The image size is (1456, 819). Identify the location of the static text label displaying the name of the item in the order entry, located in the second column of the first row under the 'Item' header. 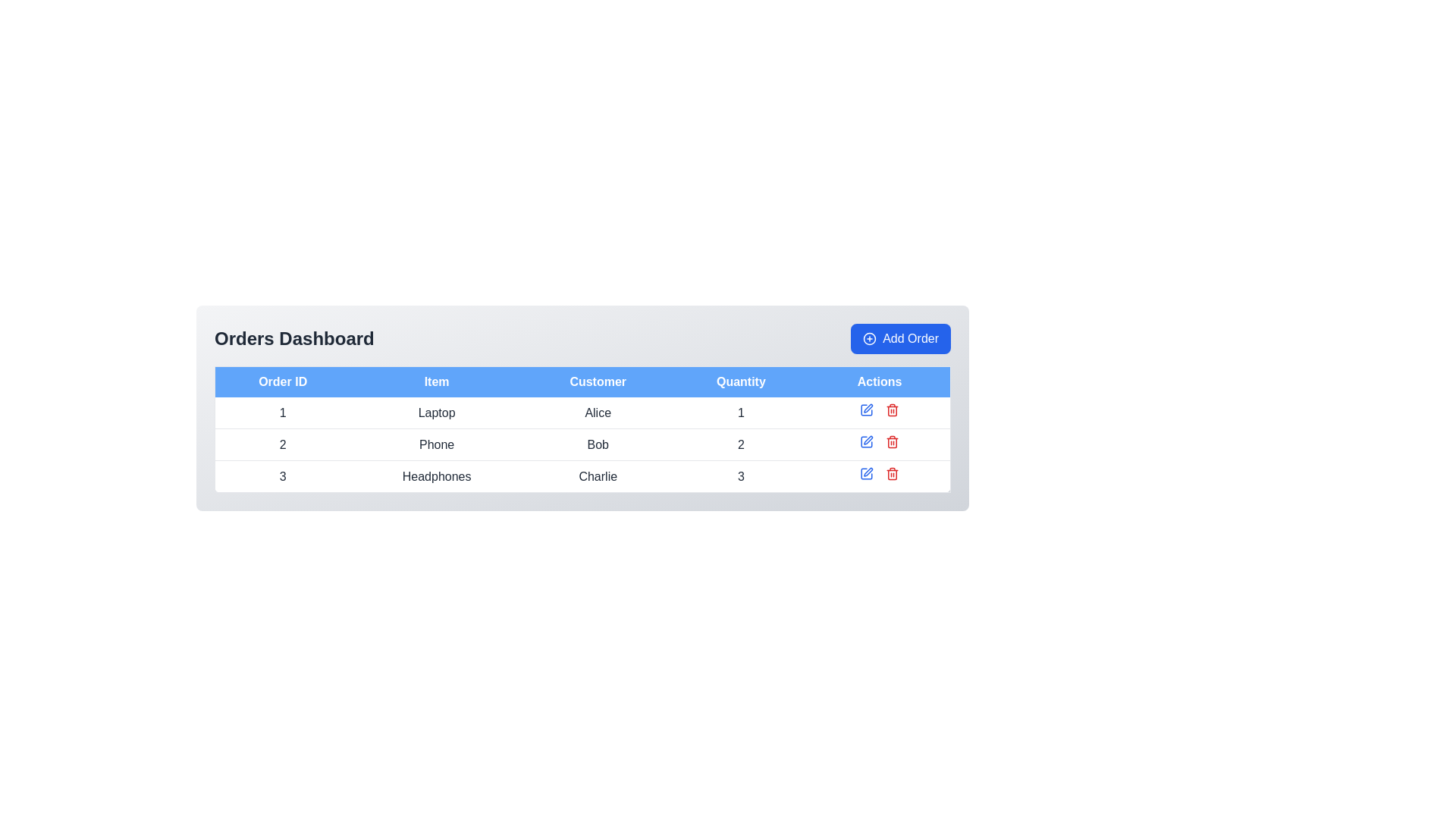
(436, 413).